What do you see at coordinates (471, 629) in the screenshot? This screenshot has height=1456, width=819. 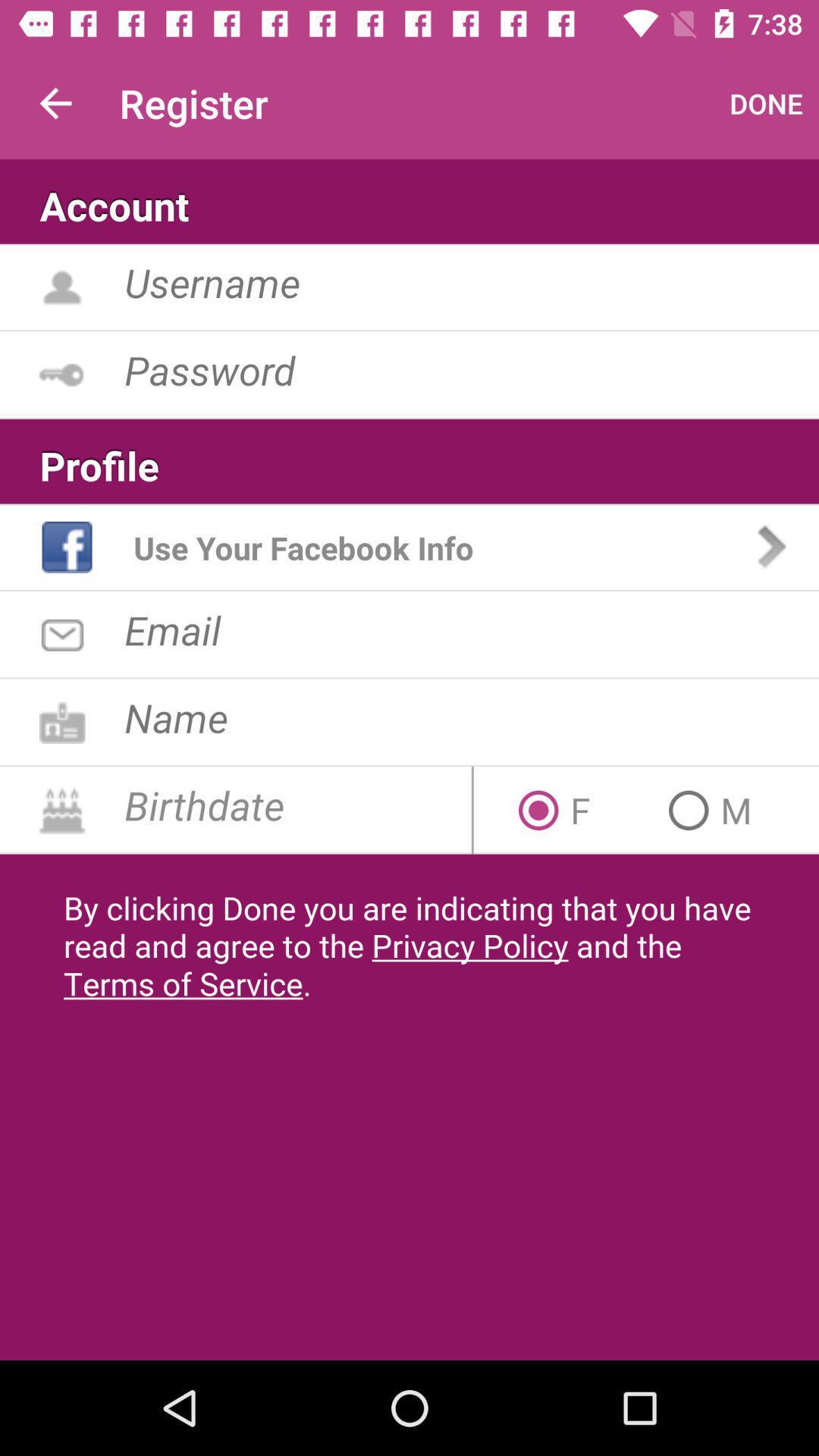 I see `email` at bounding box center [471, 629].